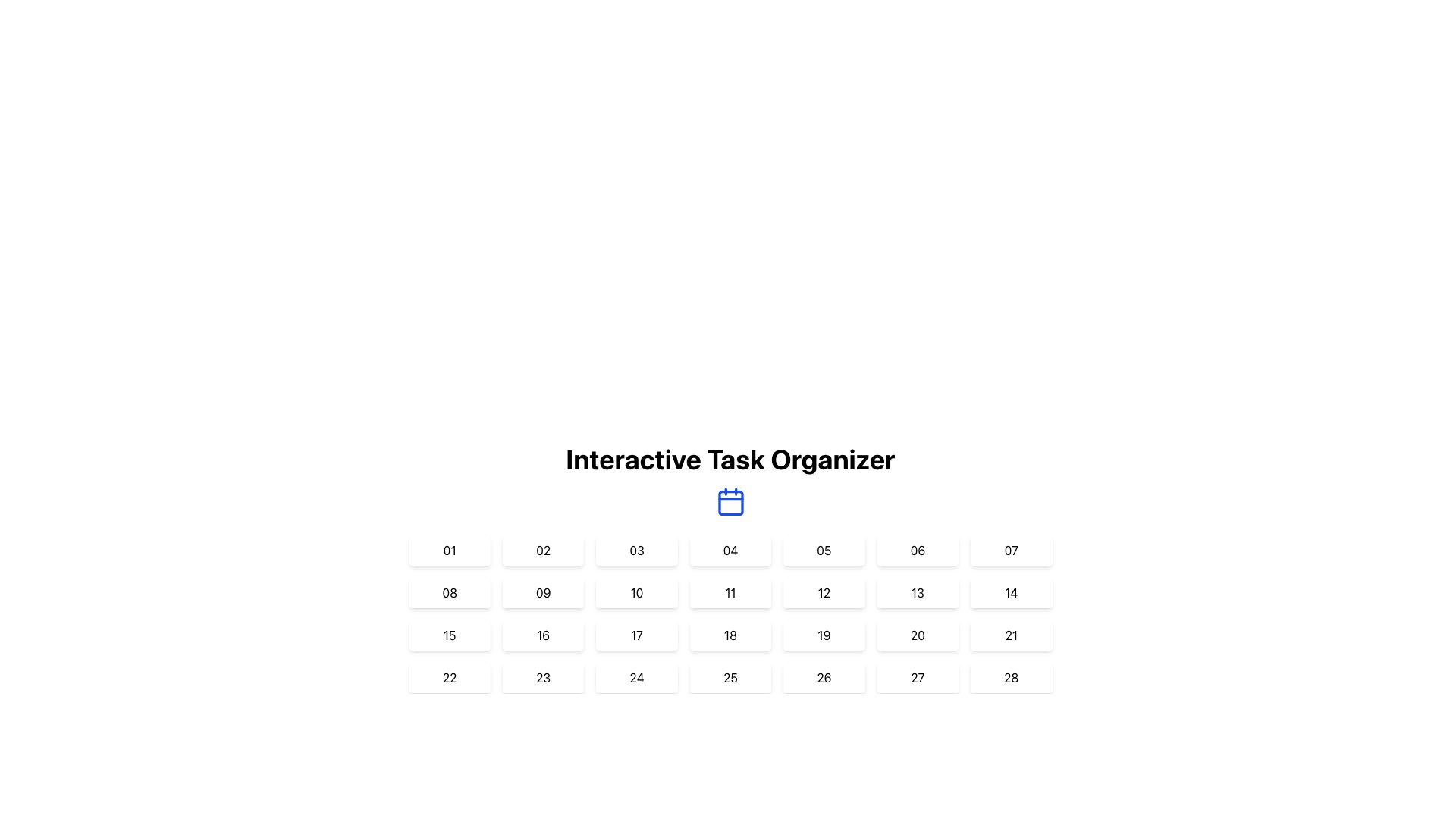  Describe the element at coordinates (1011, 677) in the screenshot. I see `the rectangular button with a light gray background and the text '28' to trigger its hover effect` at that location.